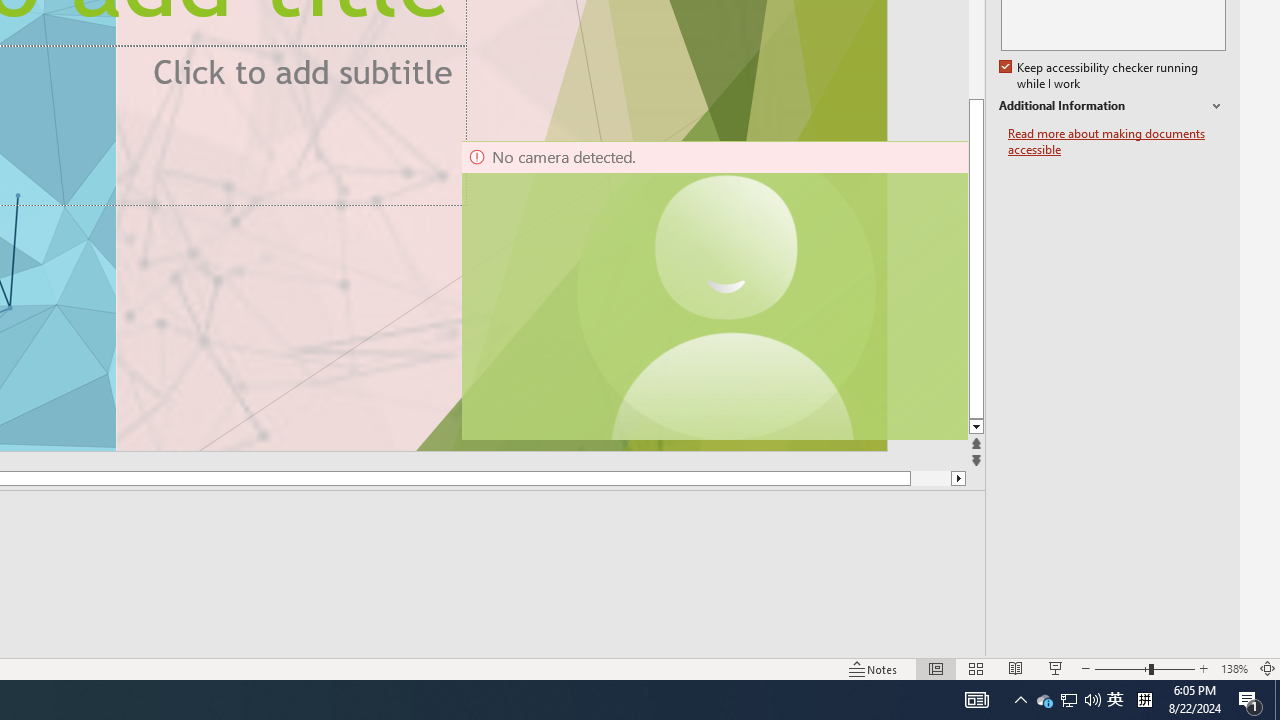  I want to click on 'Slide Sorter', so click(976, 669).